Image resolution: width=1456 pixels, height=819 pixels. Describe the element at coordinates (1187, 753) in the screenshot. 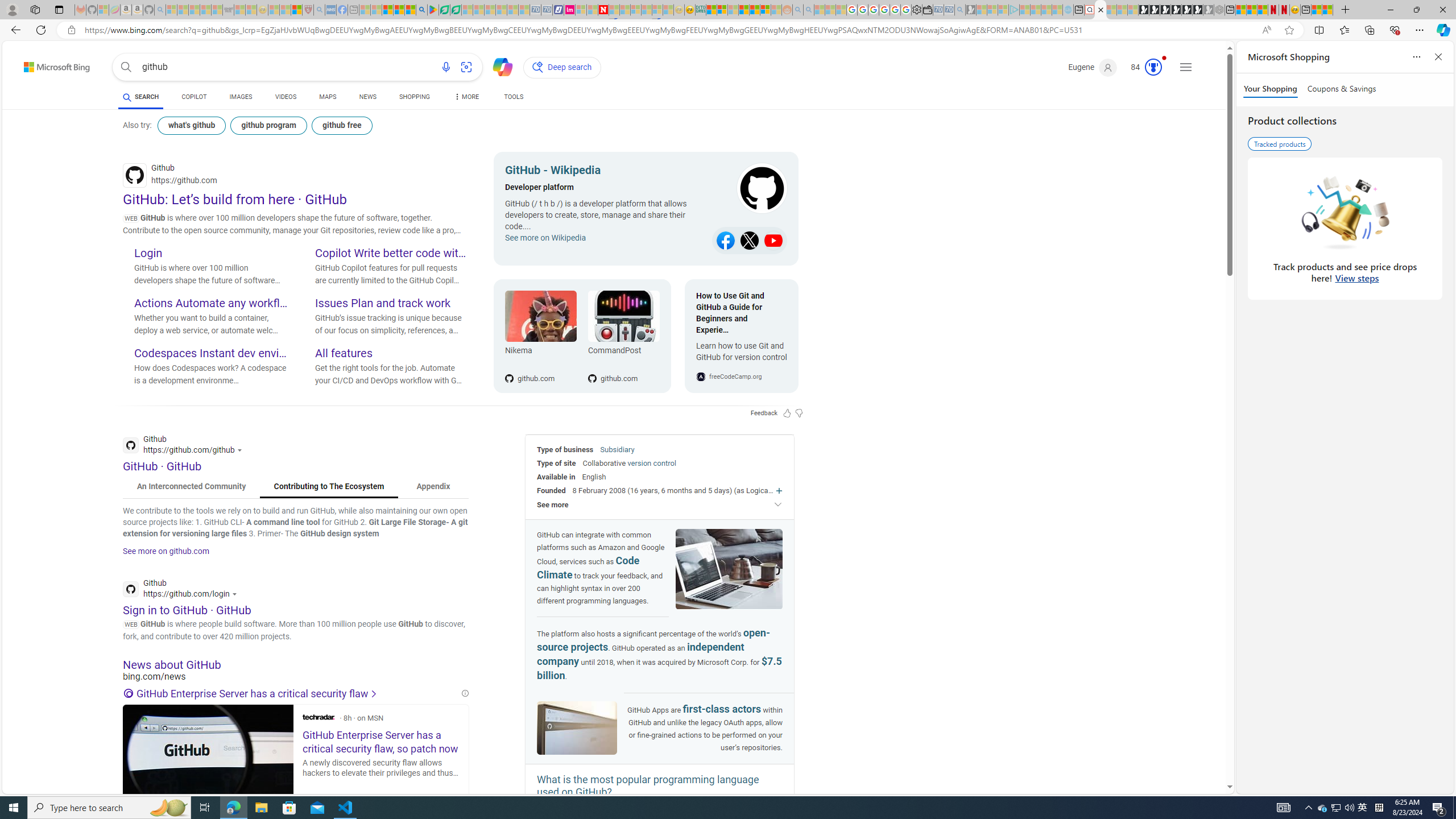

I see `'AutomationID: mfa_root'` at that location.